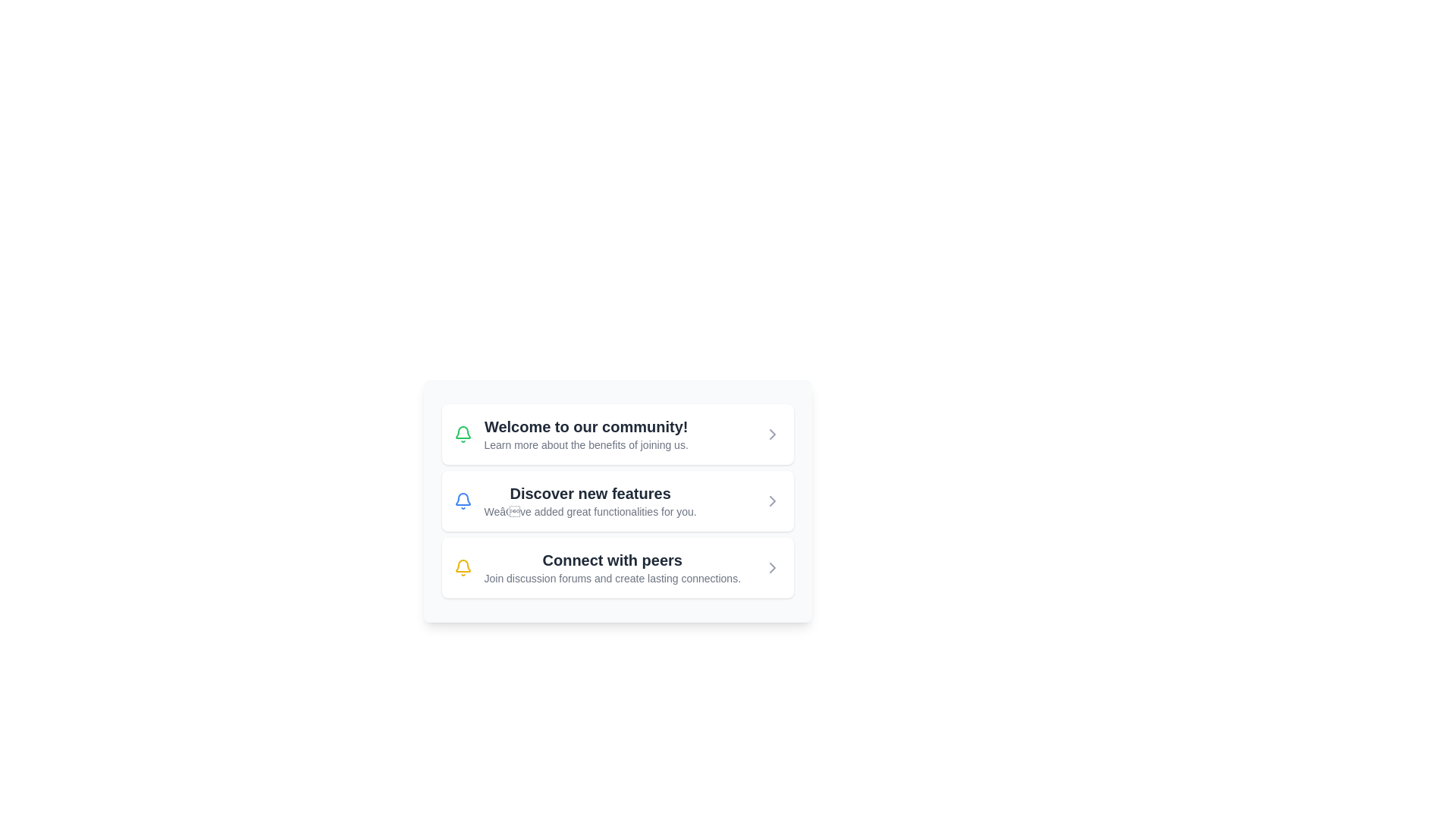 This screenshot has height=819, width=1456. I want to click on the icon representing a notification or alert within the 'Connect with peers' card, located on the left side of the card, so click(462, 567).